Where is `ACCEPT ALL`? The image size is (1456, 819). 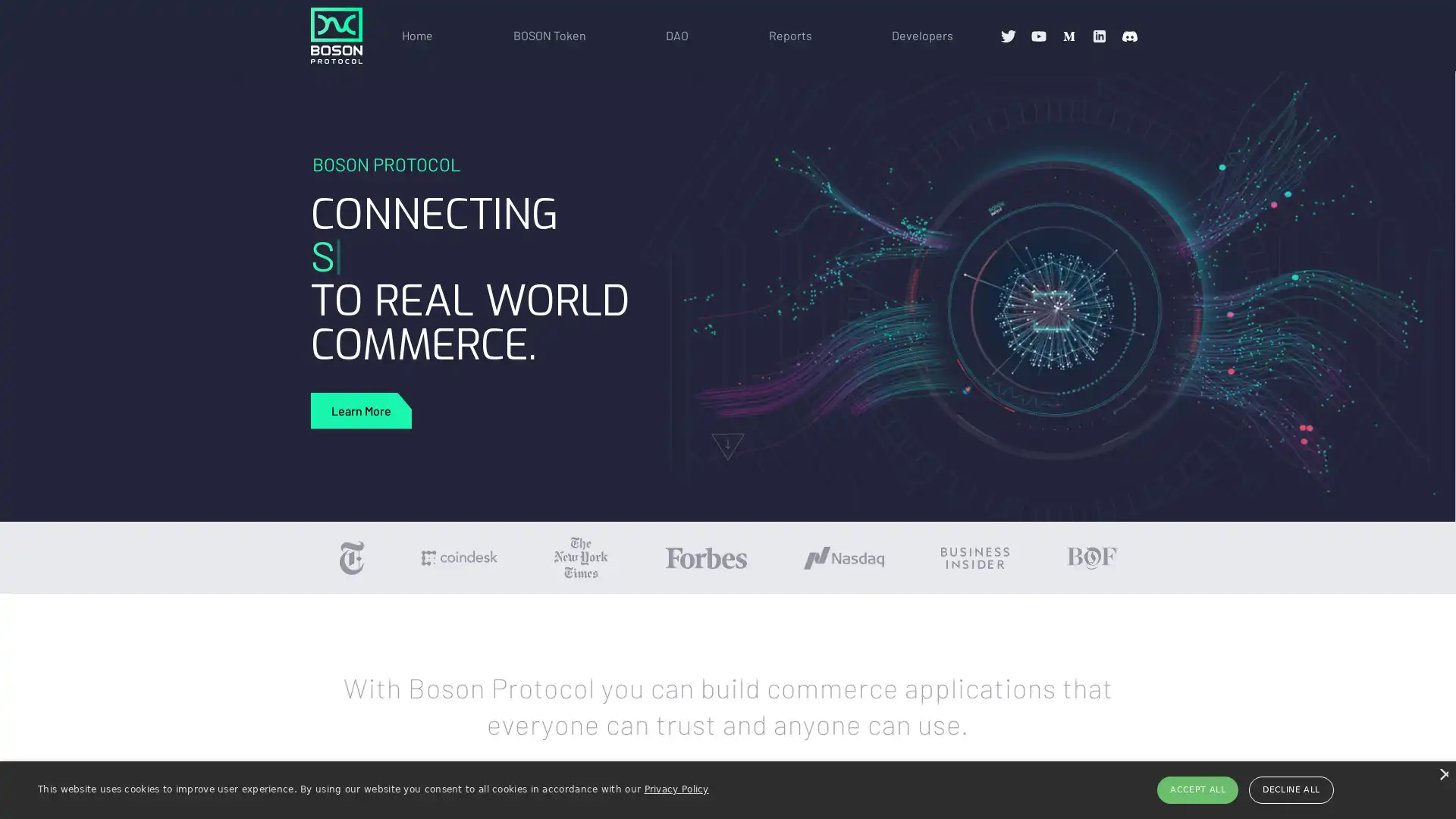
ACCEPT ALL is located at coordinates (1197, 789).